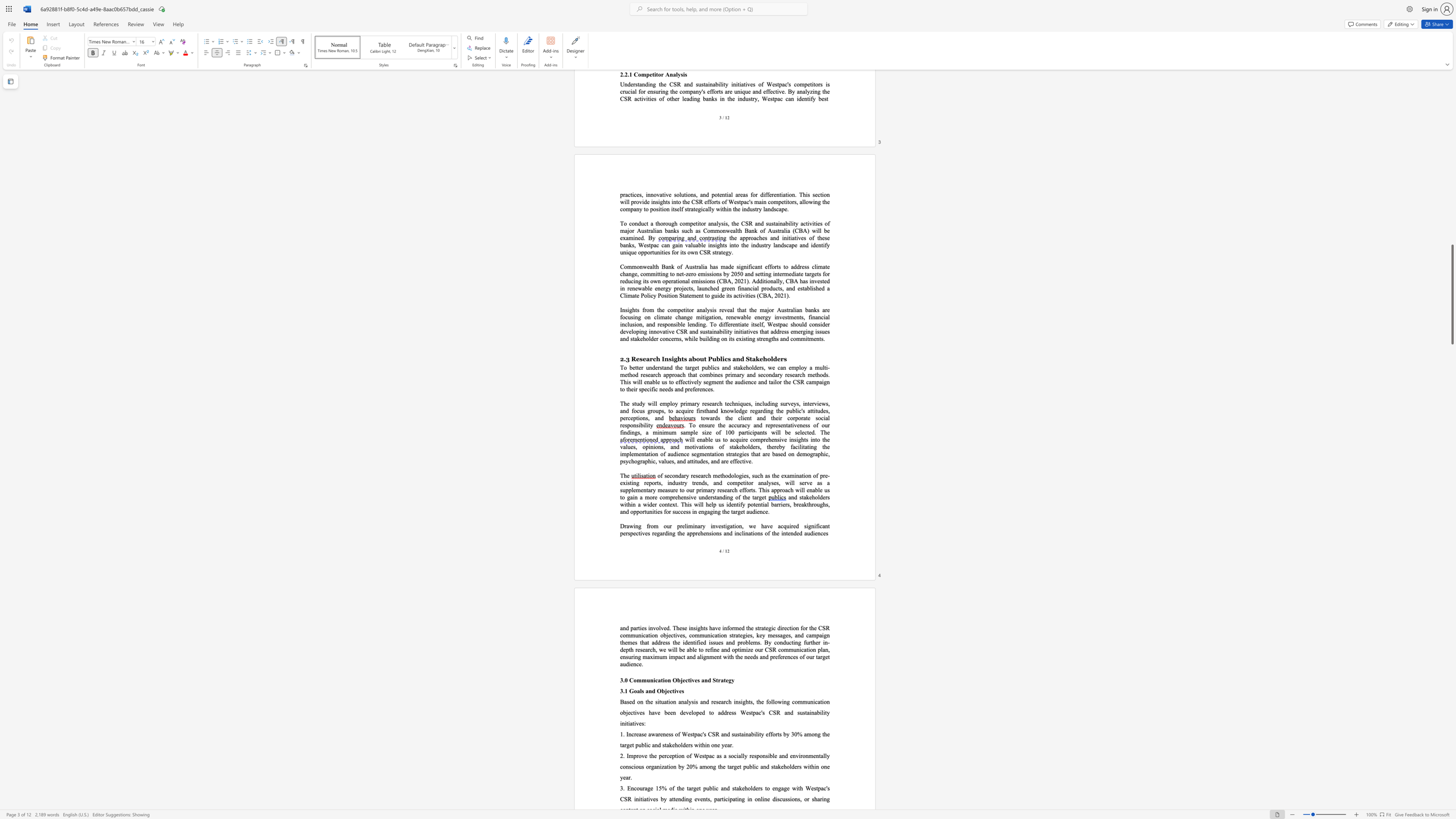 Image resolution: width=1456 pixels, height=819 pixels. I want to click on the 2th character "h" in the text, so click(754, 453).